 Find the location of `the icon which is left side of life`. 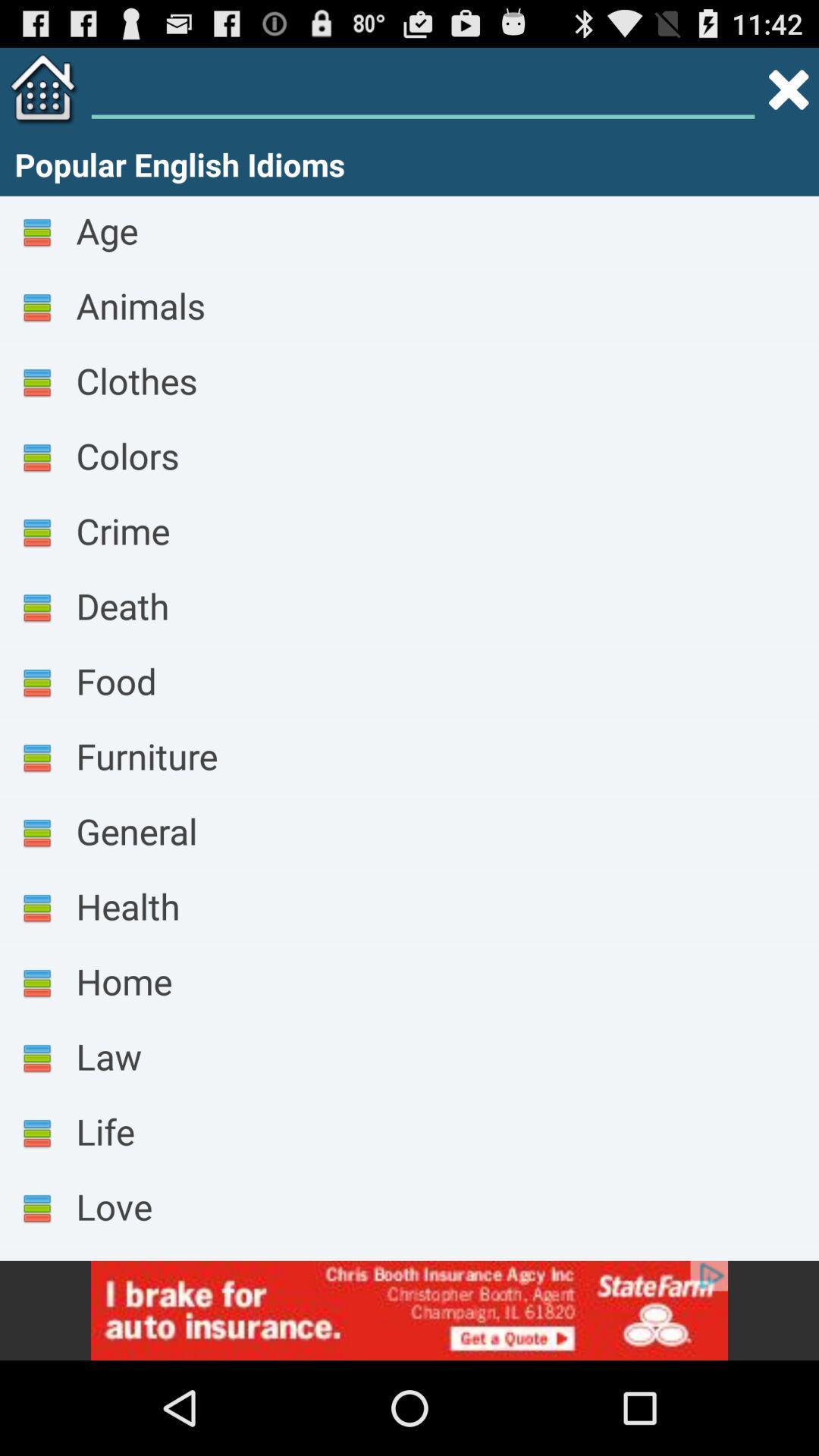

the icon which is left side of life is located at coordinates (36, 1134).